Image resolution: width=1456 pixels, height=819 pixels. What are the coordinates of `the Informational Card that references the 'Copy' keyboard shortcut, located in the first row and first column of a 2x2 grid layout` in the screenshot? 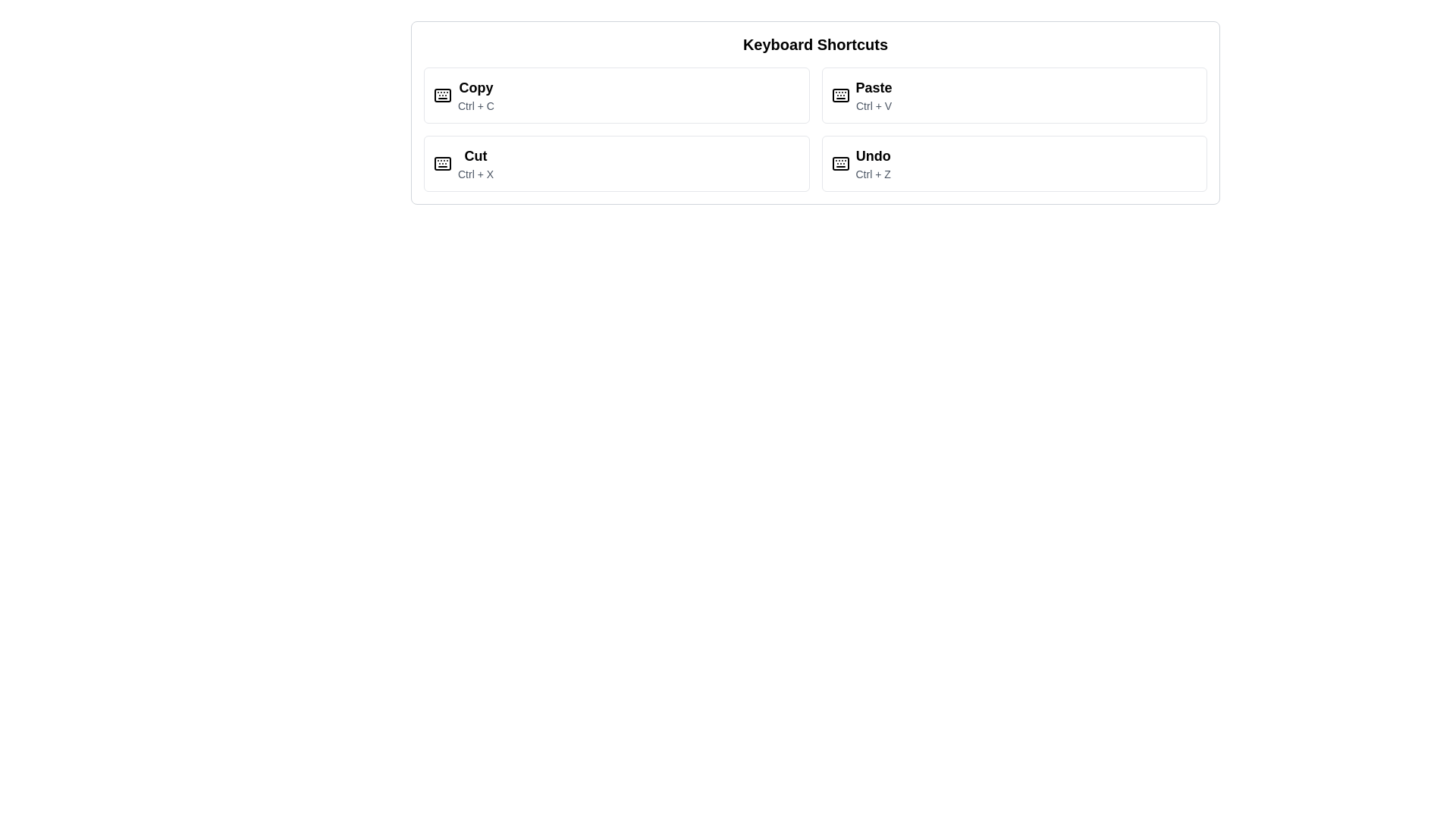 It's located at (617, 96).